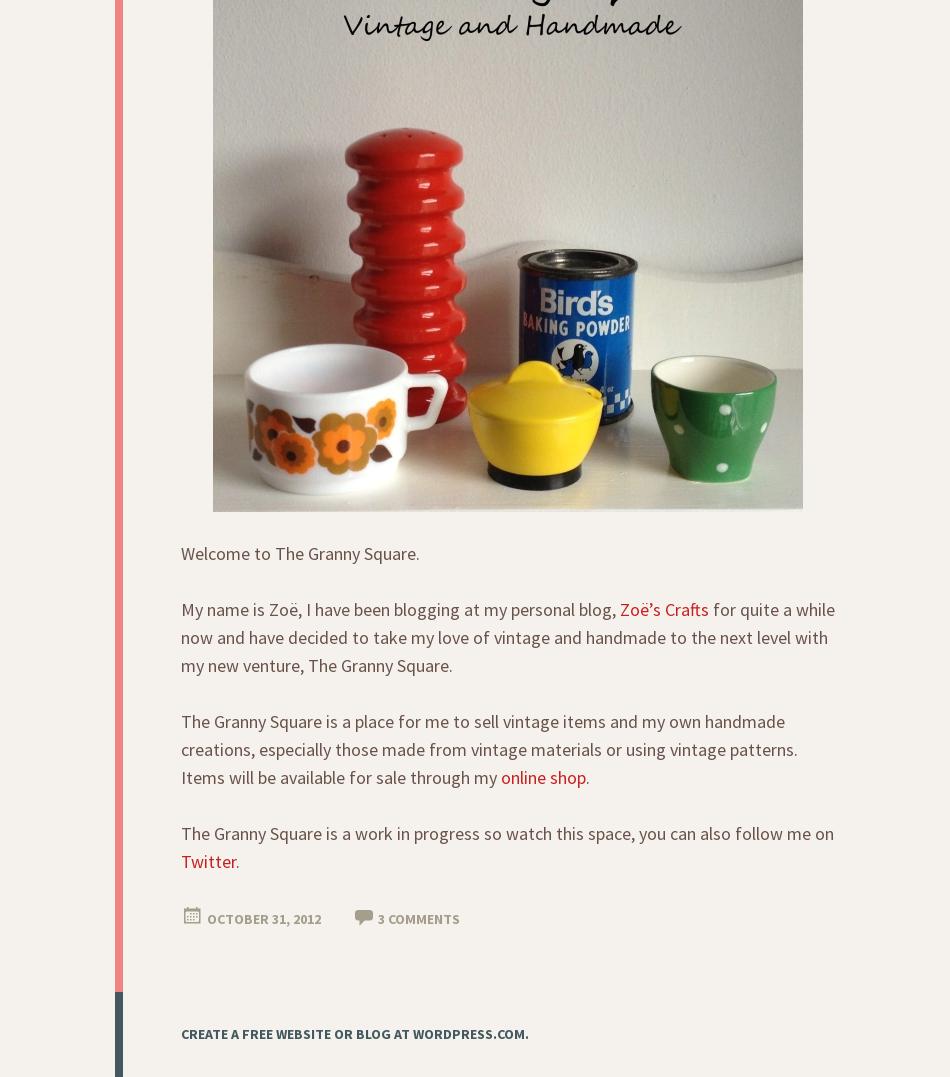  Describe the element at coordinates (507, 832) in the screenshot. I see `'The Granny Square is a work in progress so watch this space, you can also follow me on'` at that location.